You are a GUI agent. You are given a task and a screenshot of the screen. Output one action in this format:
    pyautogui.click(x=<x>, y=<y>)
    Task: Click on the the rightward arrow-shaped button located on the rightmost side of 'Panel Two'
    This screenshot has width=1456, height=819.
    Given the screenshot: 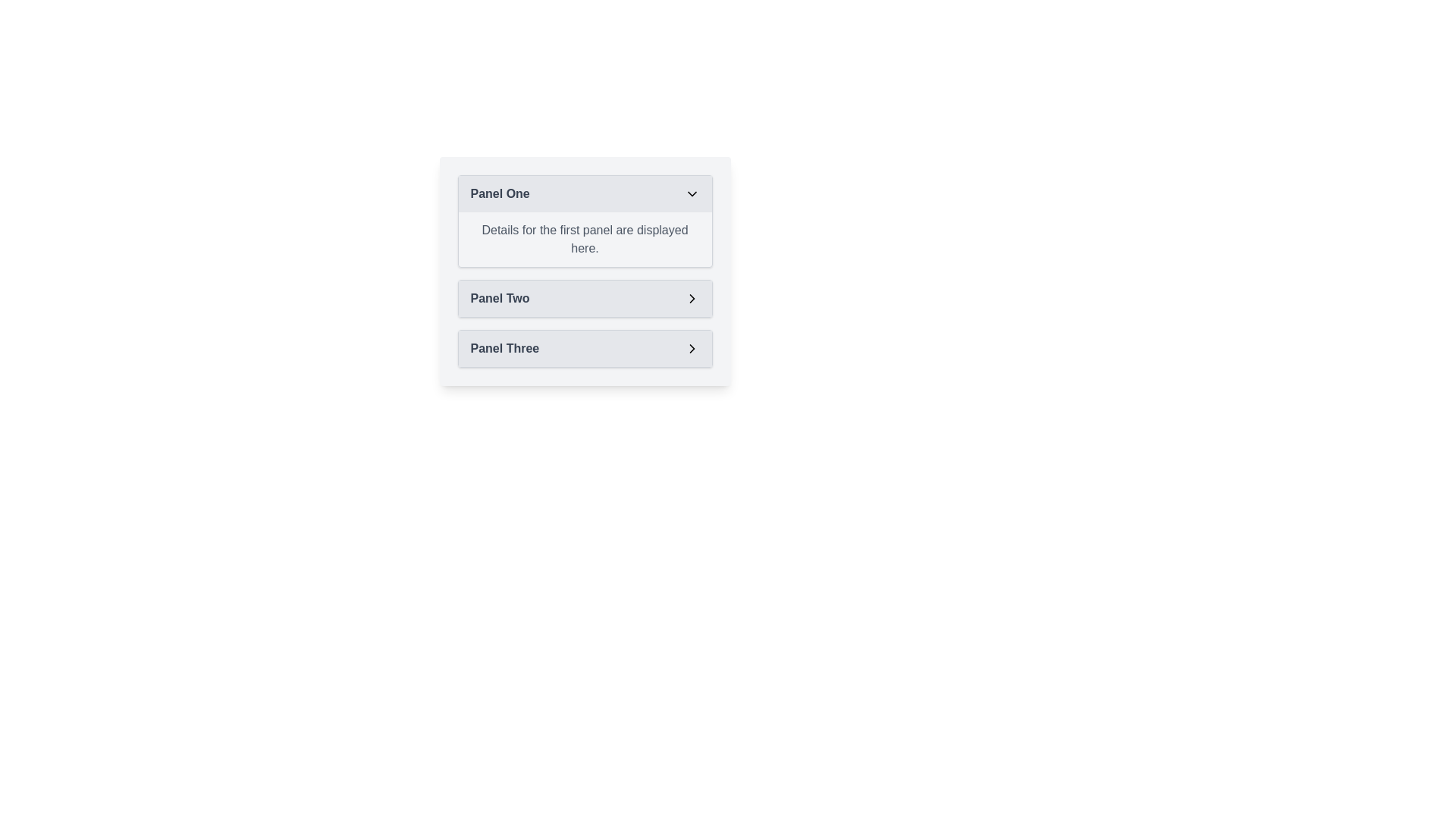 What is the action you would take?
    pyautogui.click(x=691, y=298)
    